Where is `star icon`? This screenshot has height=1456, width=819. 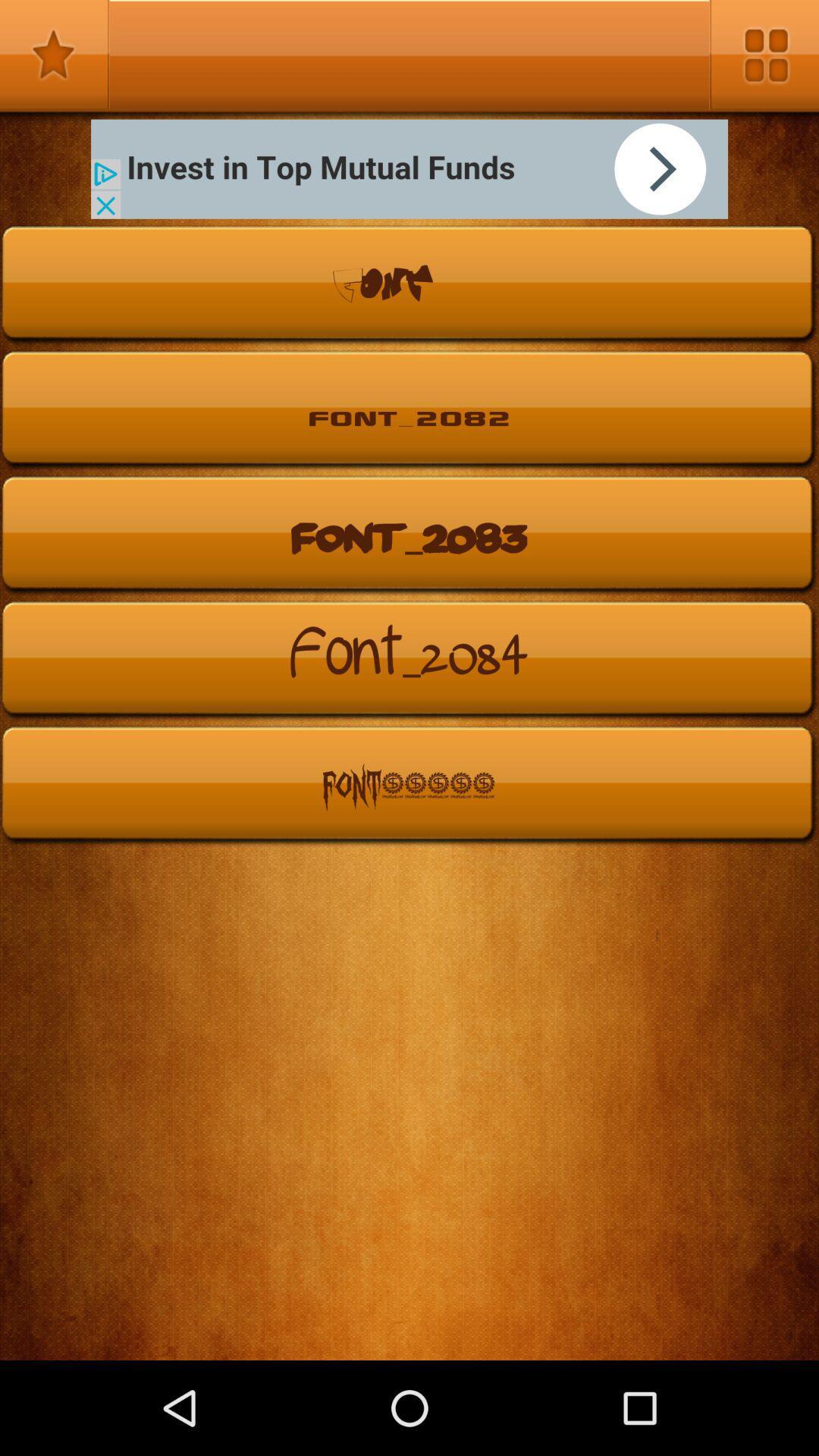
star icon is located at coordinates (54, 55).